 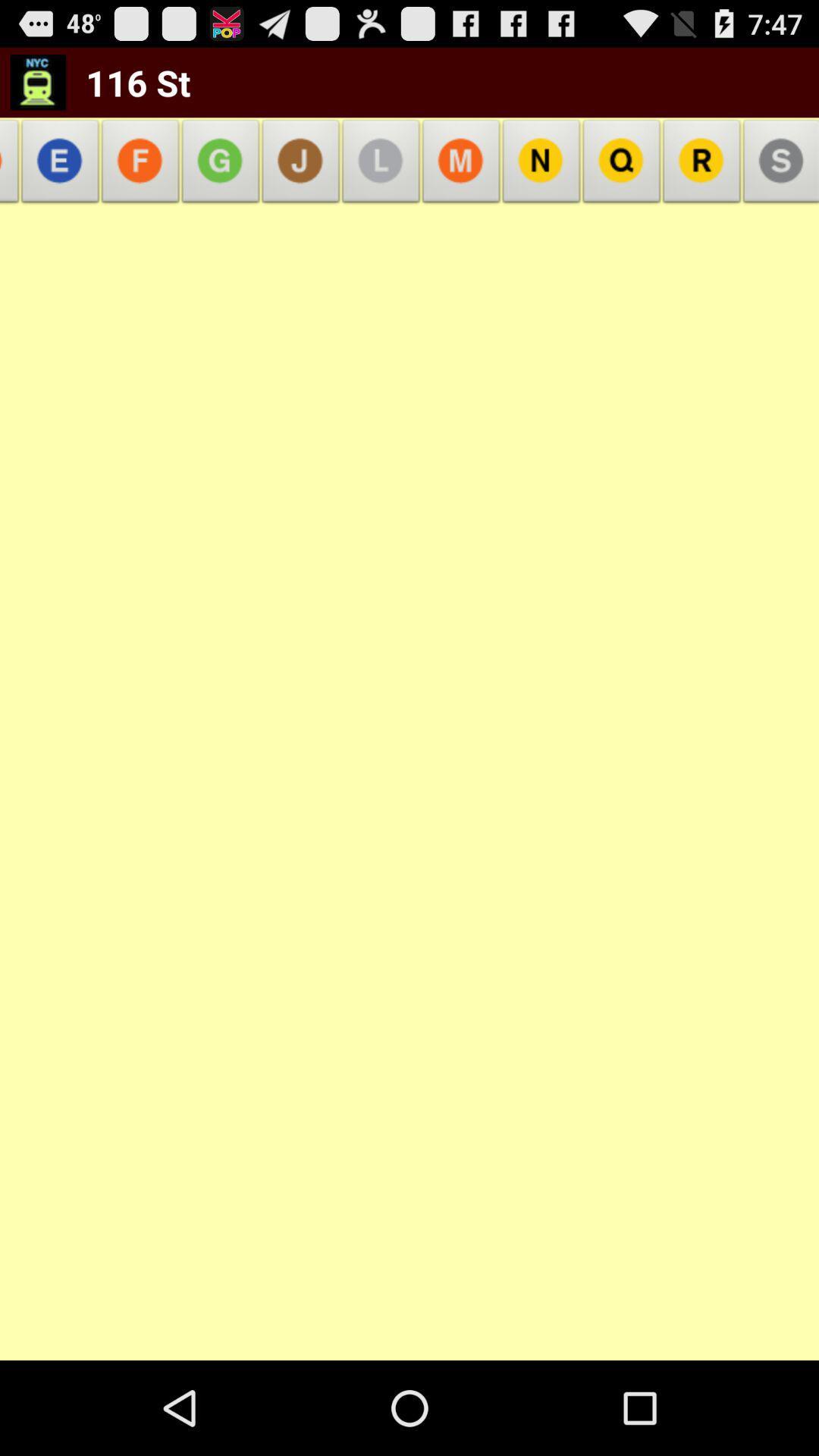 I want to click on item below 116 st app, so click(x=140, y=165).